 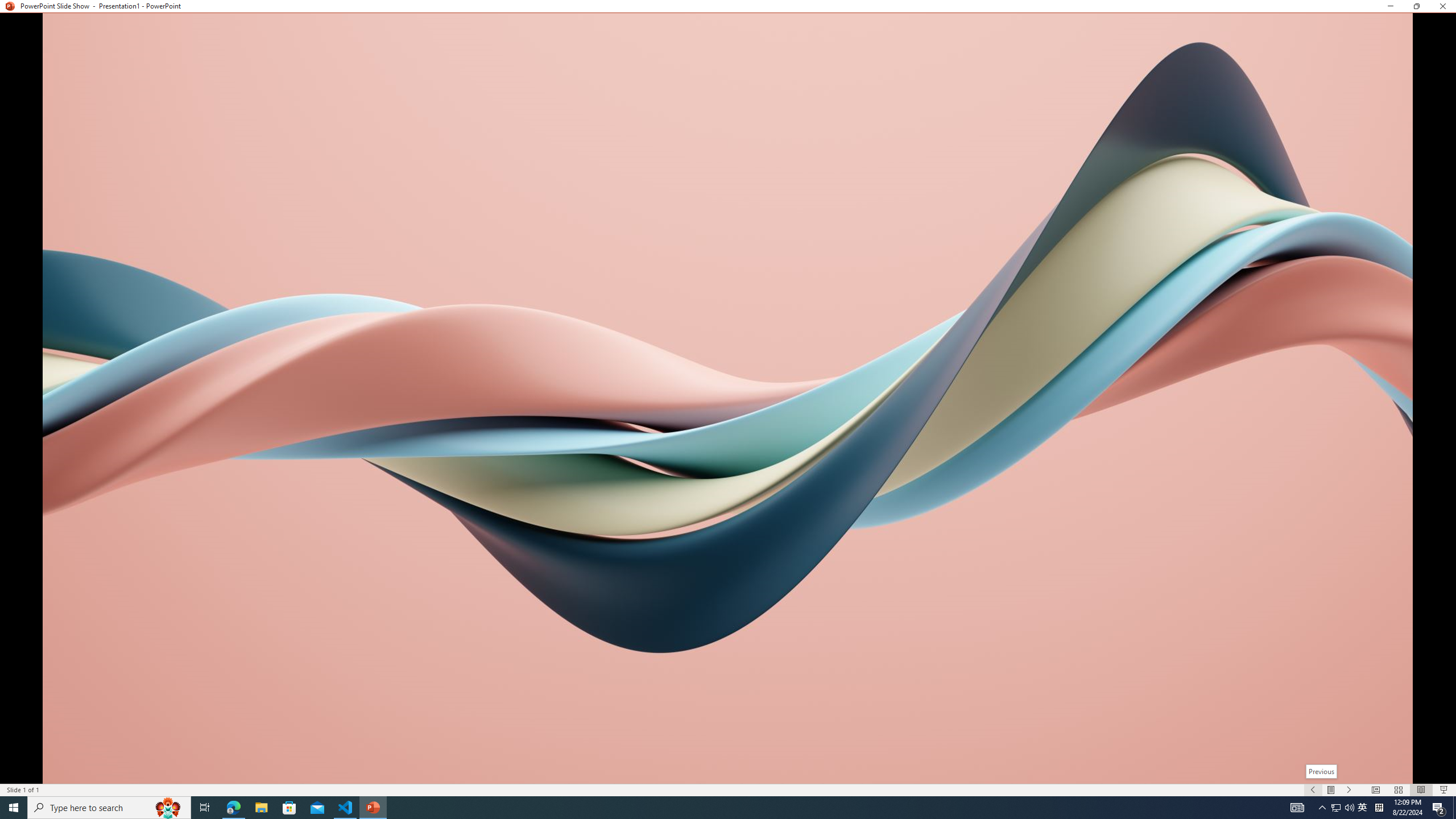 I want to click on 'Previous', so click(x=1321, y=771).